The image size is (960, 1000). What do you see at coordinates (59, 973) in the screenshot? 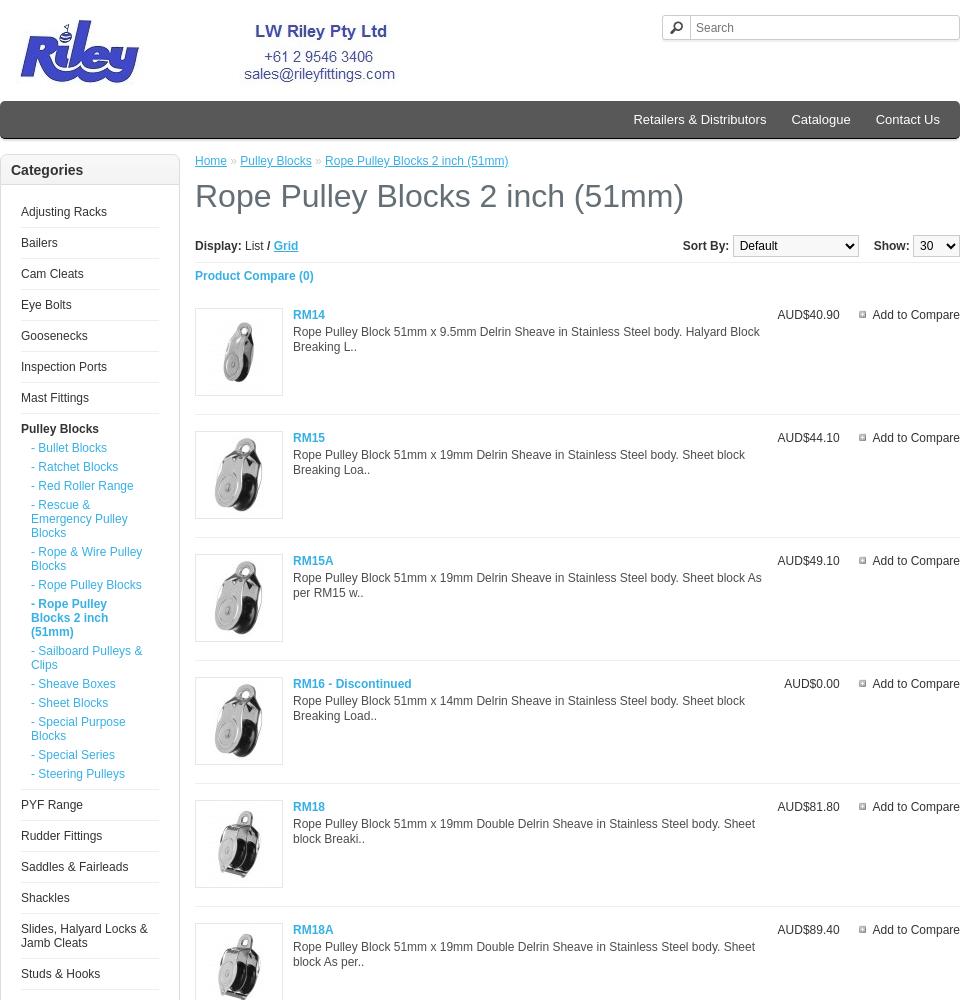
I see `'Studs & Hooks'` at bounding box center [59, 973].